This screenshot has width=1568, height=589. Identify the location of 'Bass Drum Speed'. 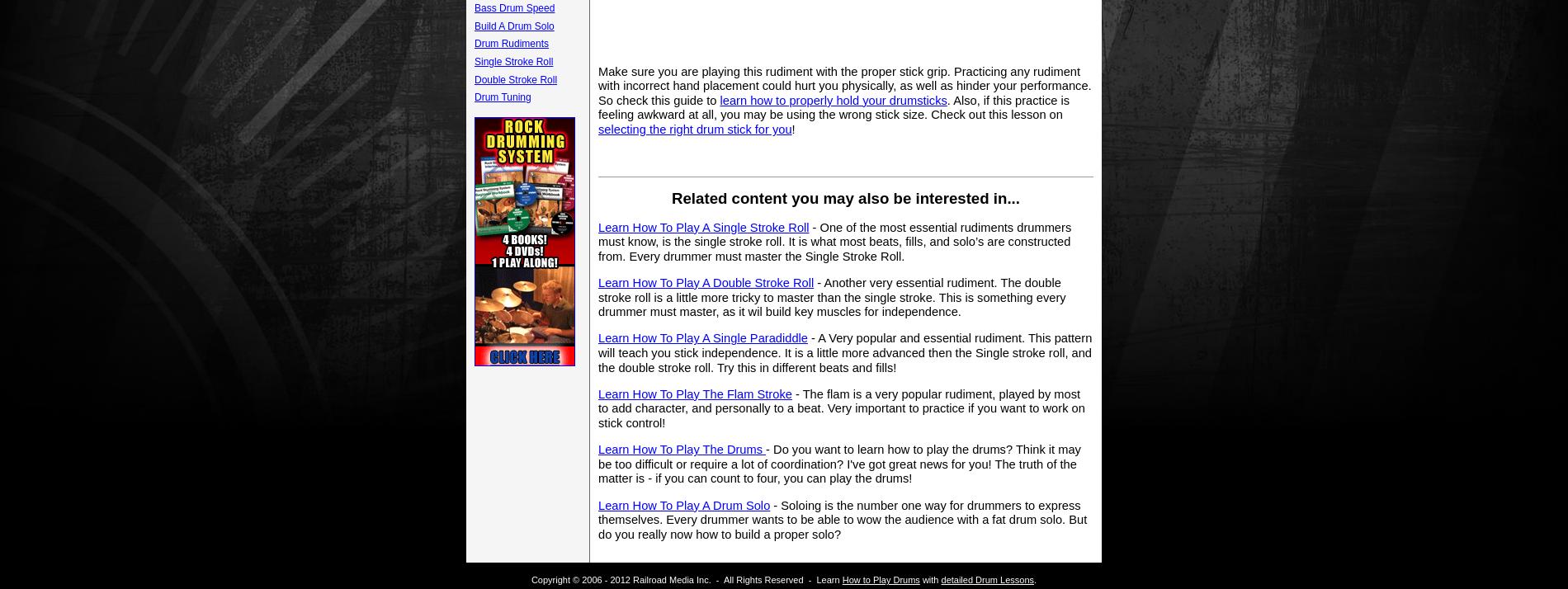
(514, 7).